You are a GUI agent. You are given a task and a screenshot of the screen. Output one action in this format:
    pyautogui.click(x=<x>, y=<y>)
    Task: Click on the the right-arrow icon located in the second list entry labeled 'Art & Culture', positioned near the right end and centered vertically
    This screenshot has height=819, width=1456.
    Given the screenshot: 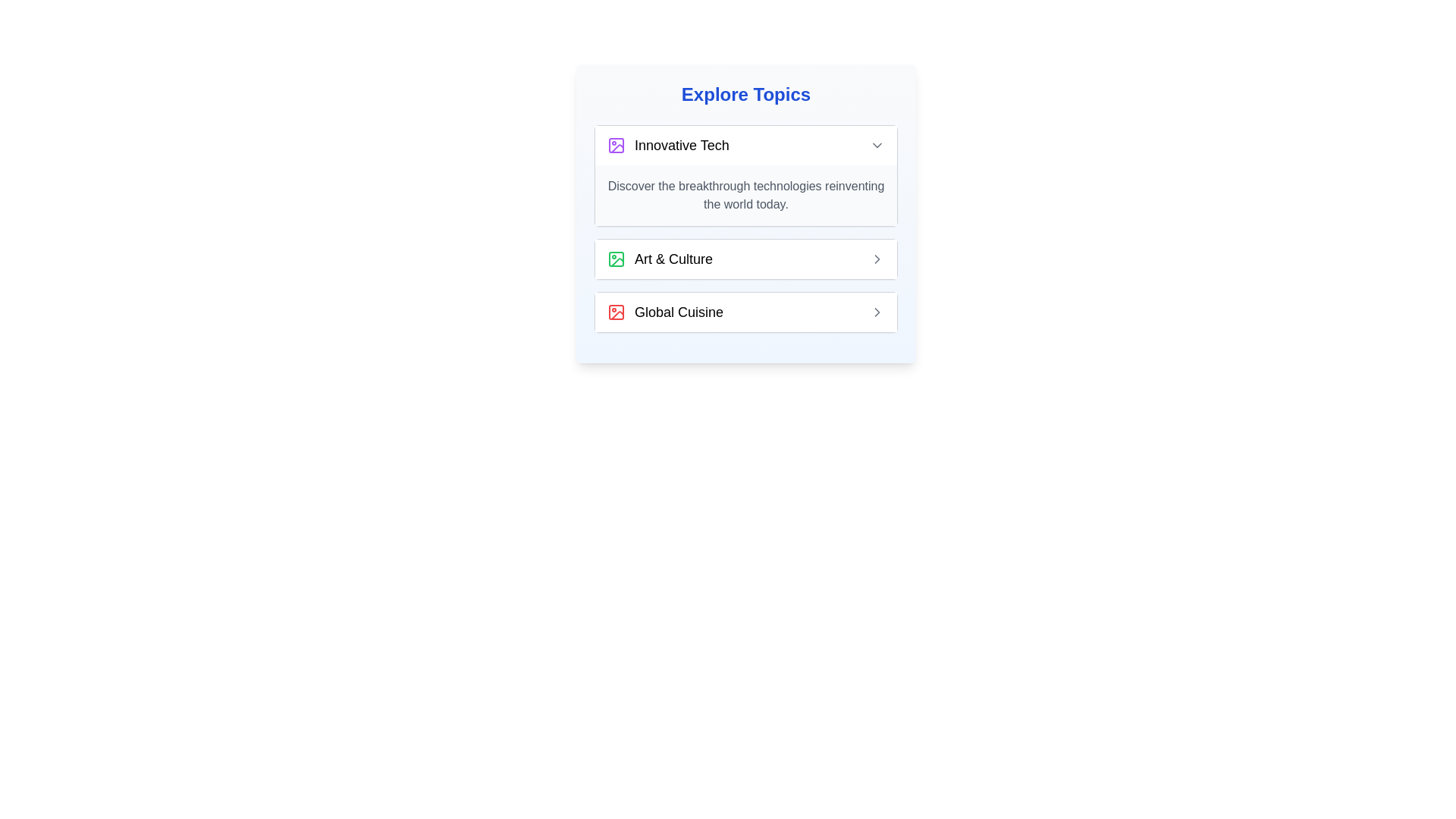 What is the action you would take?
    pyautogui.click(x=877, y=259)
    